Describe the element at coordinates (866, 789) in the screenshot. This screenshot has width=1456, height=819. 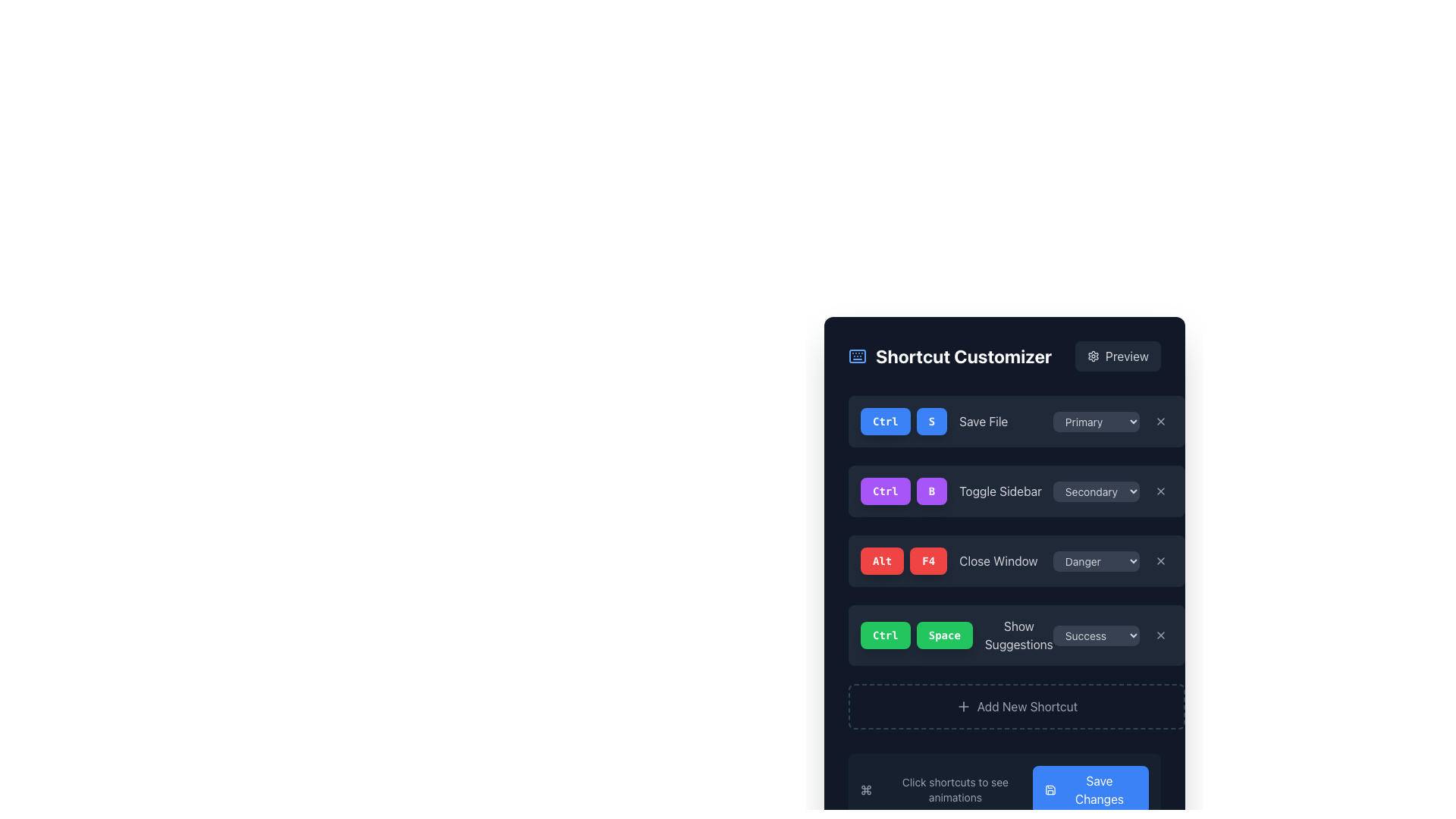
I see `the decorative command icon located in the bottom left corner of the 'Shortcut Customizer' panel` at that location.